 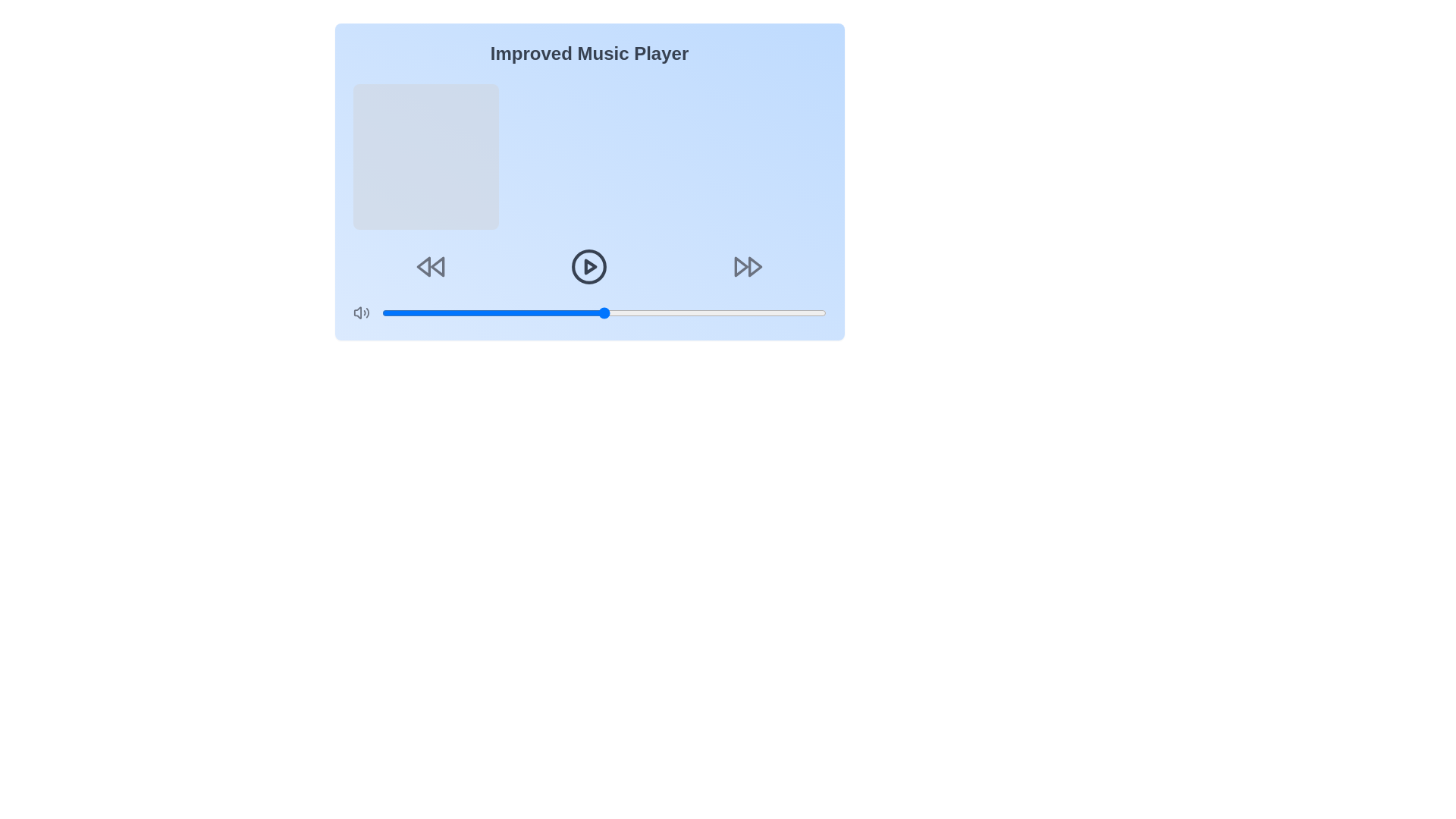 What do you see at coordinates (541, 312) in the screenshot?
I see `the volume` at bounding box center [541, 312].